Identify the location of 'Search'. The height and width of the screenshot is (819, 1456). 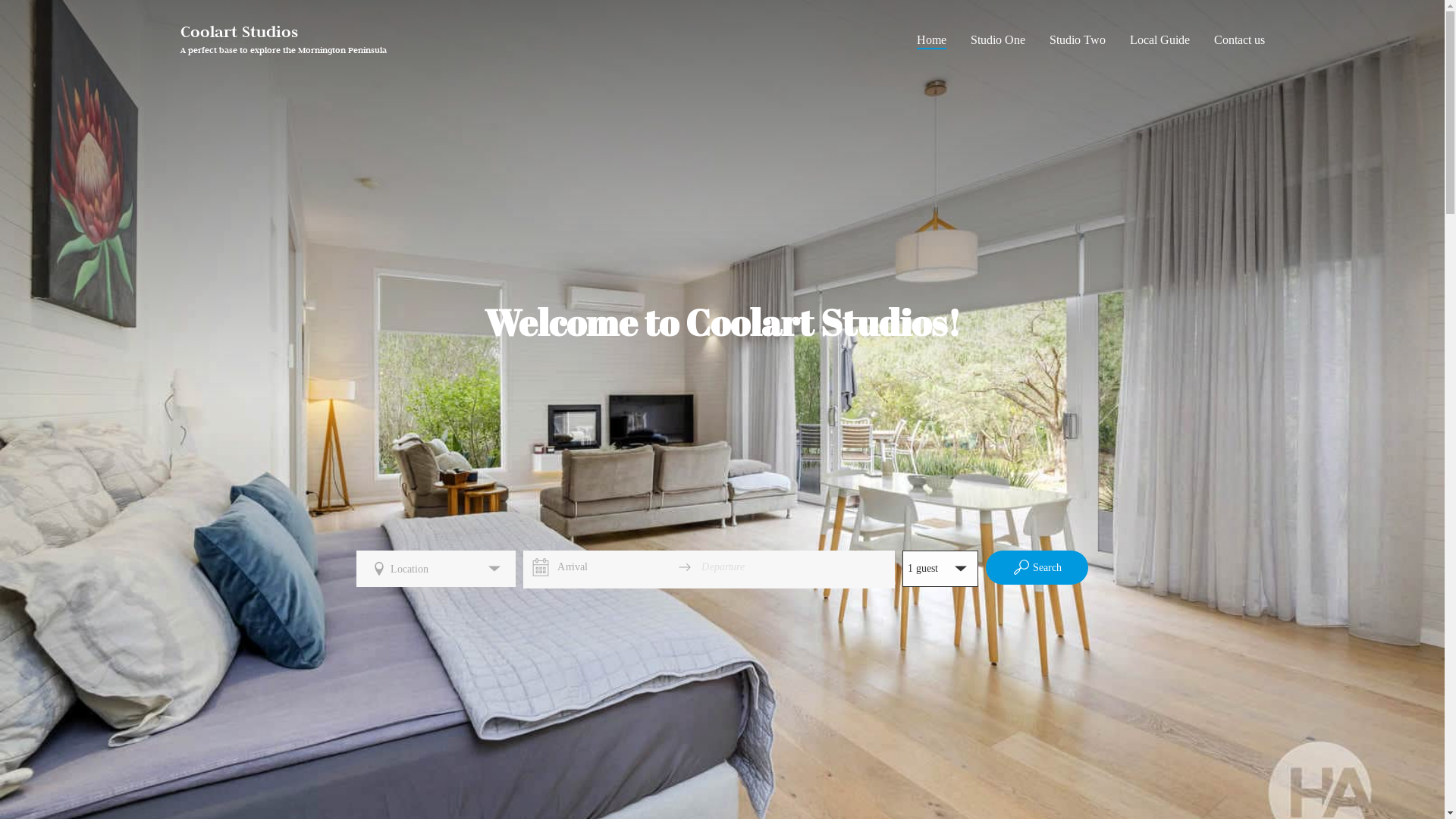
(1037, 567).